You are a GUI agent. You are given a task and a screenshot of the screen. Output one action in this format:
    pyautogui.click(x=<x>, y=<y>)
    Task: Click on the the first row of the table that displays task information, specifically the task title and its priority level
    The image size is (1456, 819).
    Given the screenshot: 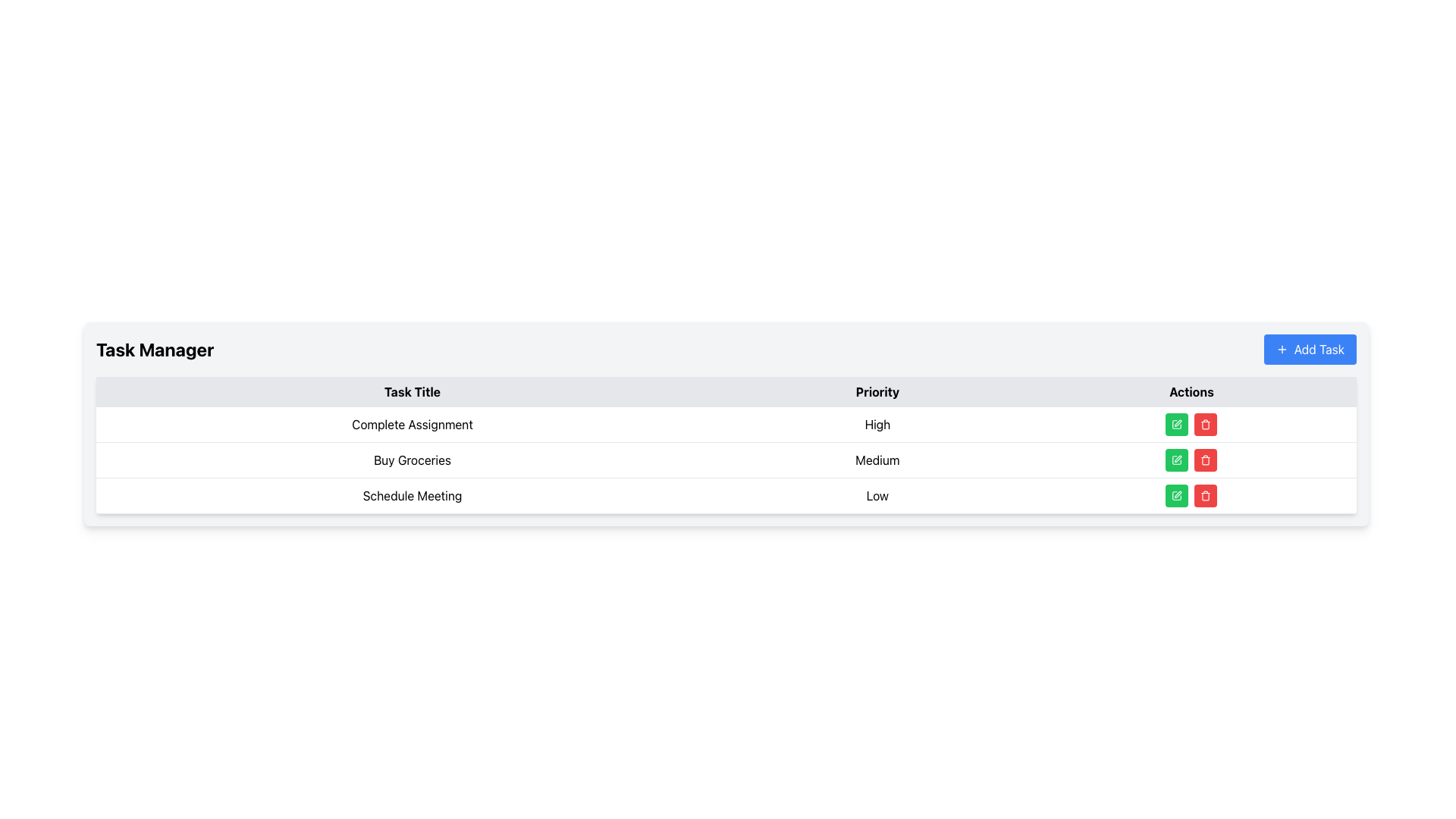 What is the action you would take?
    pyautogui.click(x=726, y=424)
    